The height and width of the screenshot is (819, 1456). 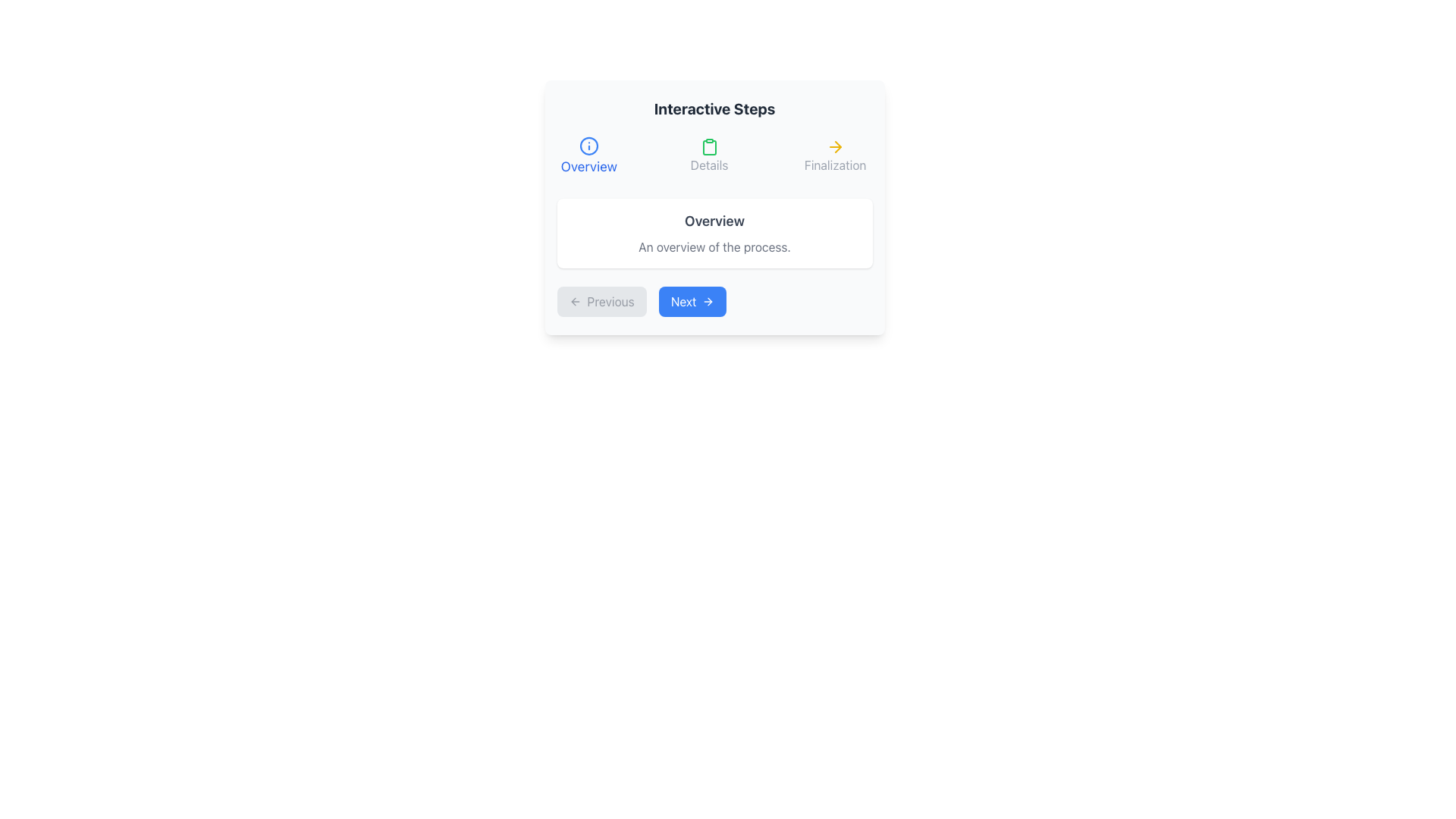 What do you see at coordinates (834, 155) in the screenshot?
I see `the 'Finalization' clickable label with a yellow right arrow icon, which is the third option in the horizontal list of steps at the top of the UI` at bounding box center [834, 155].